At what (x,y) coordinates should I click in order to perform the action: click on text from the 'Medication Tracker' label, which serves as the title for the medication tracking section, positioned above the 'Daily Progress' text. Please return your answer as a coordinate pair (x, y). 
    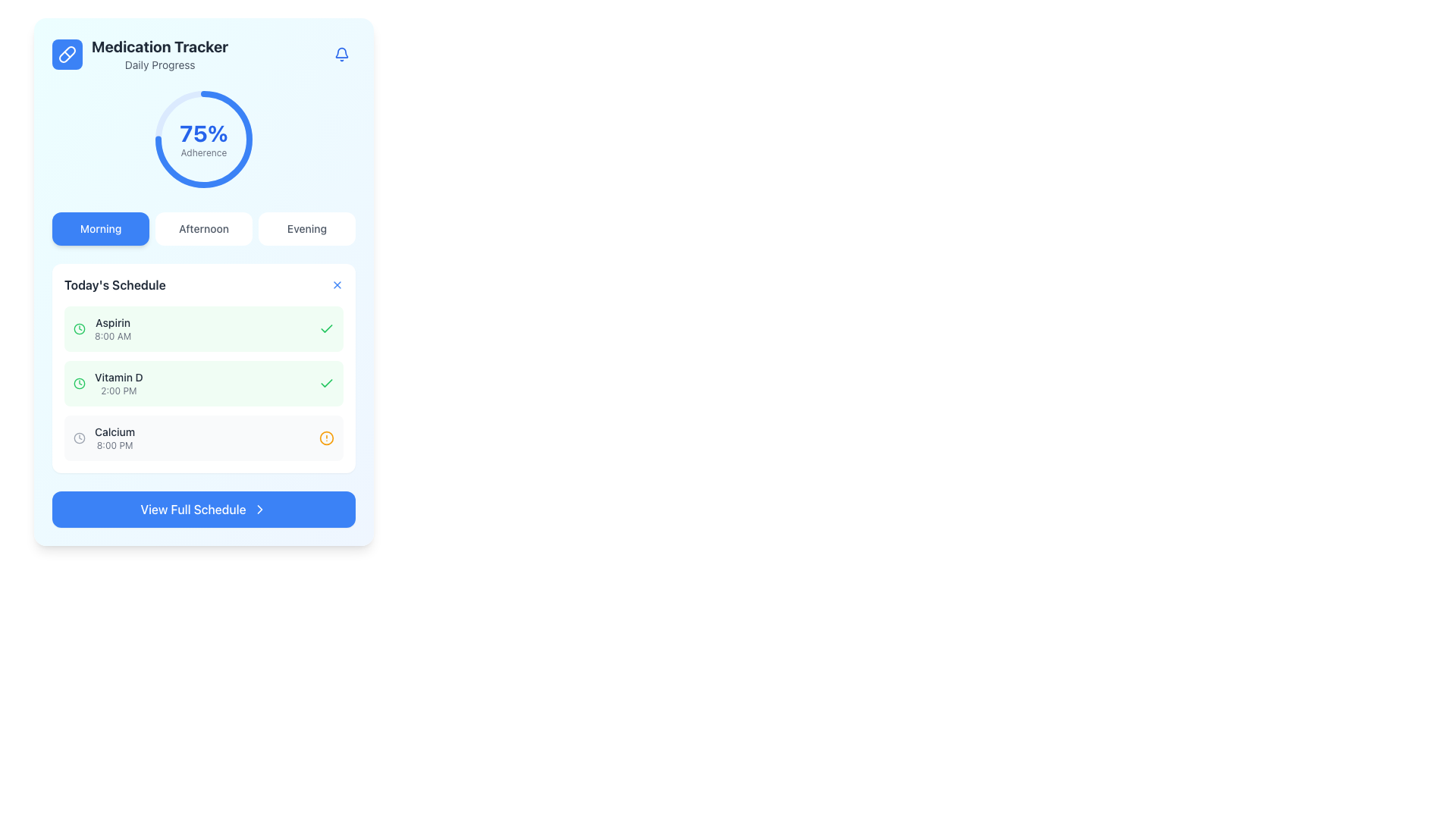
    Looking at the image, I should click on (160, 45).